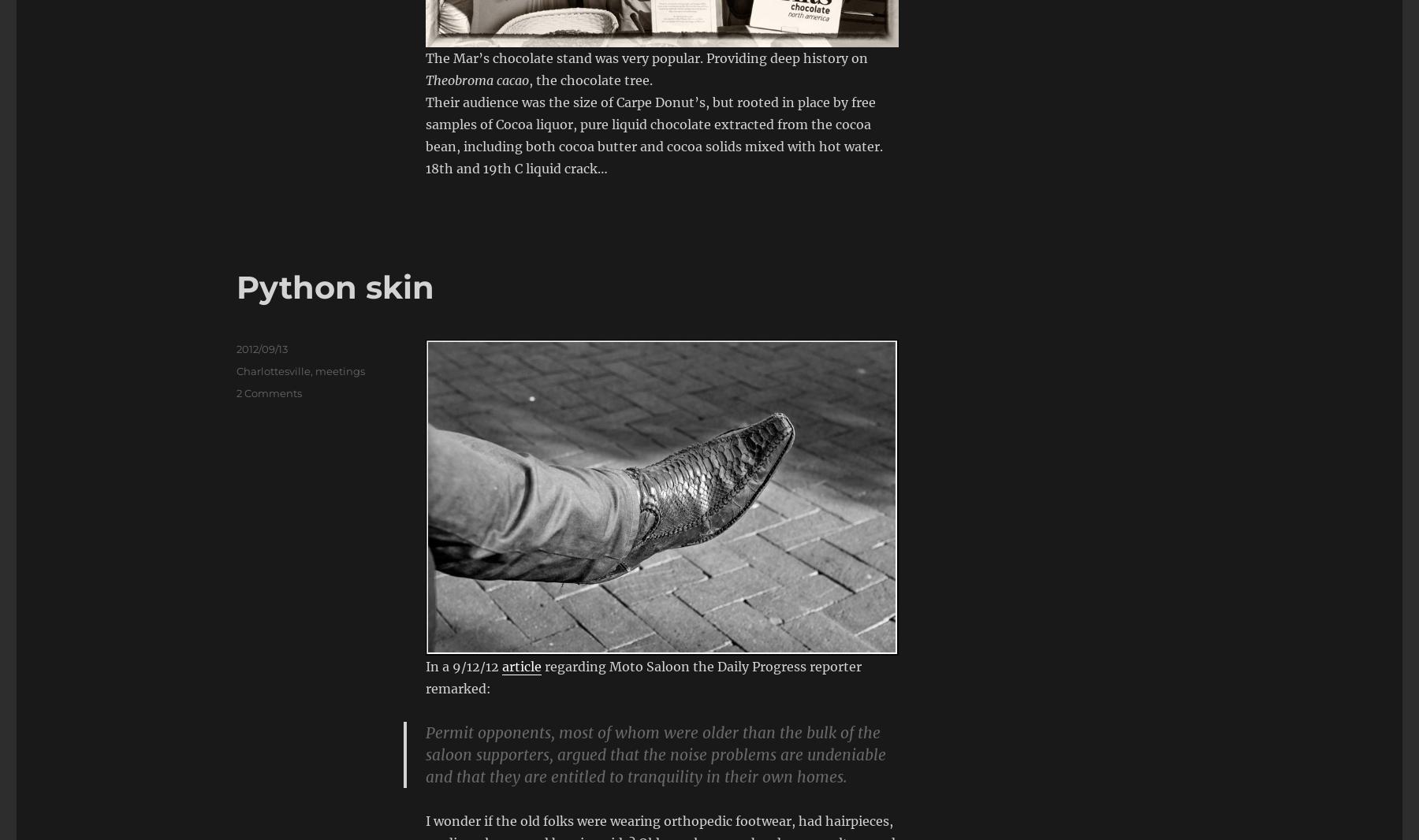  Describe the element at coordinates (477, 78) in the screenshot. I see `'Theobroma cacao'` at that location.